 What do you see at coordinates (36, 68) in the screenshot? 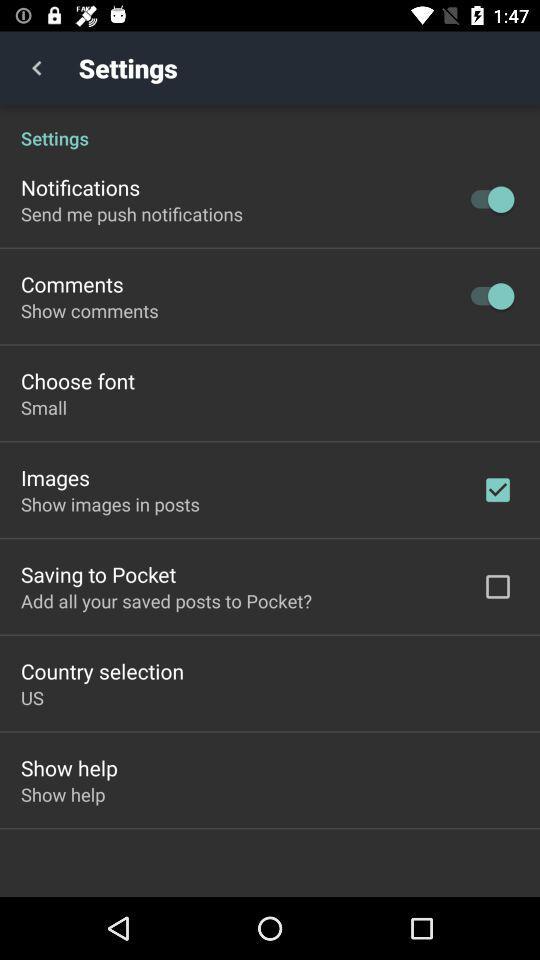
I see `item above the settings item` at bounding box center [36, 68].